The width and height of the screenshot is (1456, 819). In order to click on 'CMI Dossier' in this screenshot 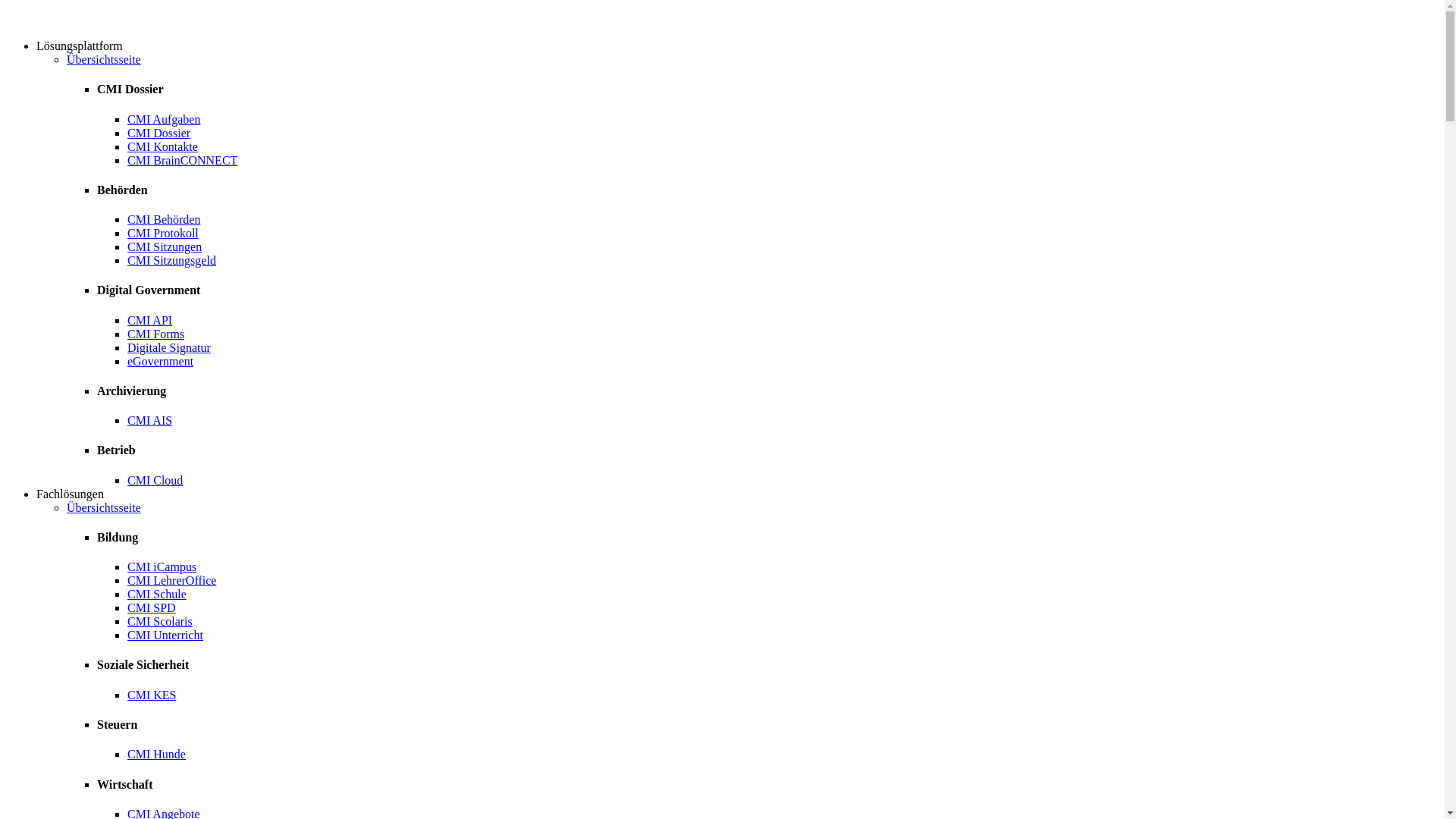, I will do `click(158, 132)`.